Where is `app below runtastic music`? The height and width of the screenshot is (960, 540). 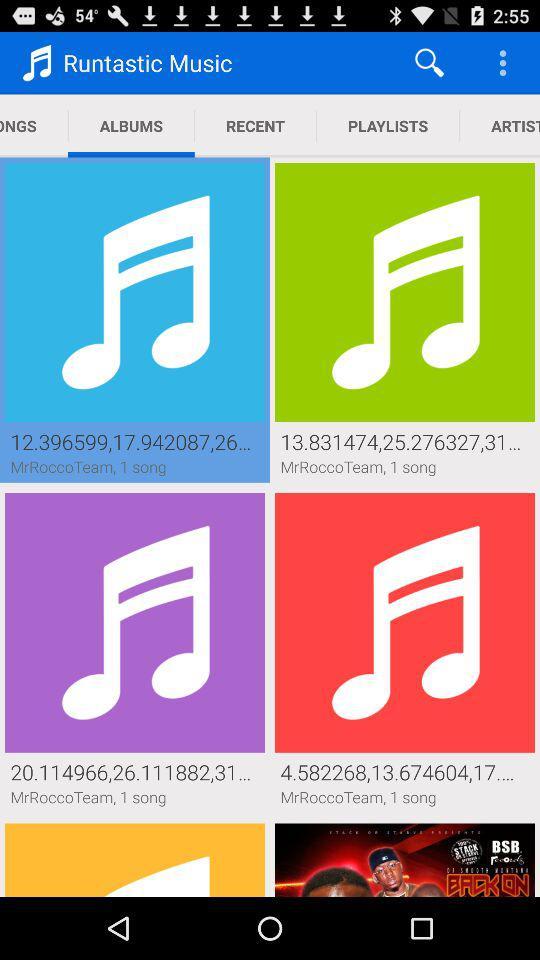 app below runtastic music is located at coordinates (131, 125).